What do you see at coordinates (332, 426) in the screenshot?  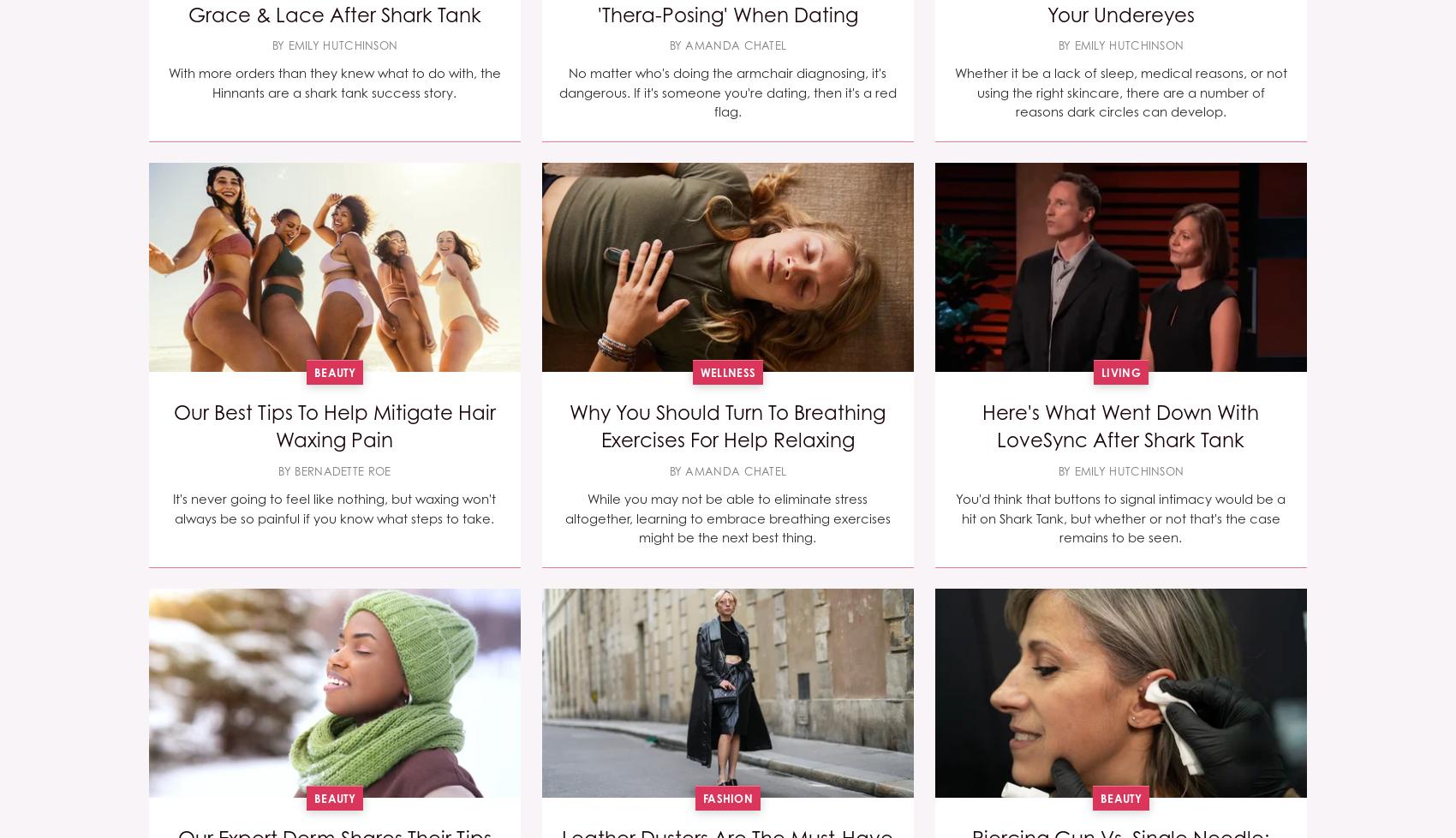 I see `'Our Best Tips To Help Mitigate Hair Waxing Pain'` at bounding box center [332, 426].